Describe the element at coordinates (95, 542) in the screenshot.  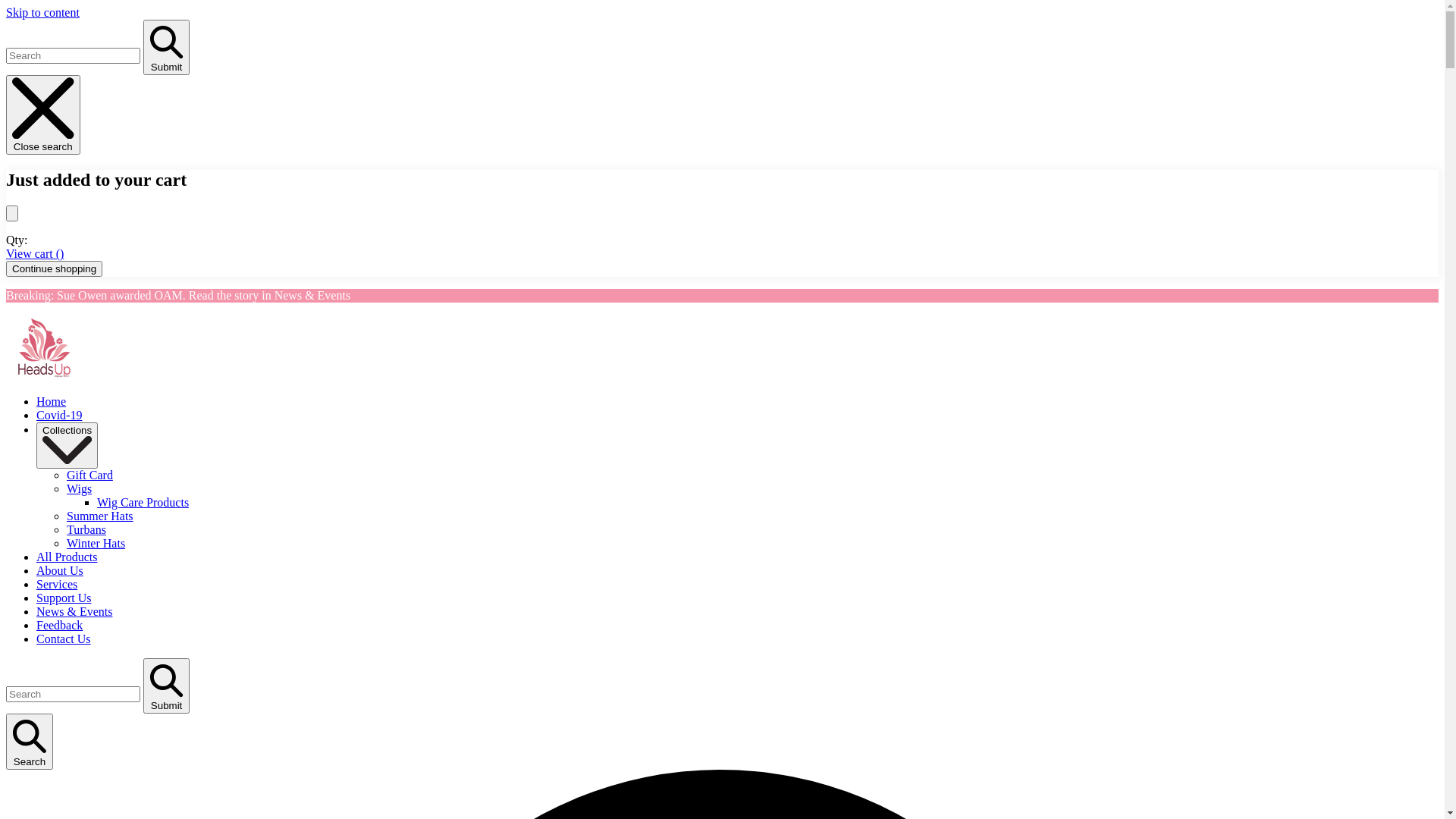
I see `'Winter Hats'` at that location.